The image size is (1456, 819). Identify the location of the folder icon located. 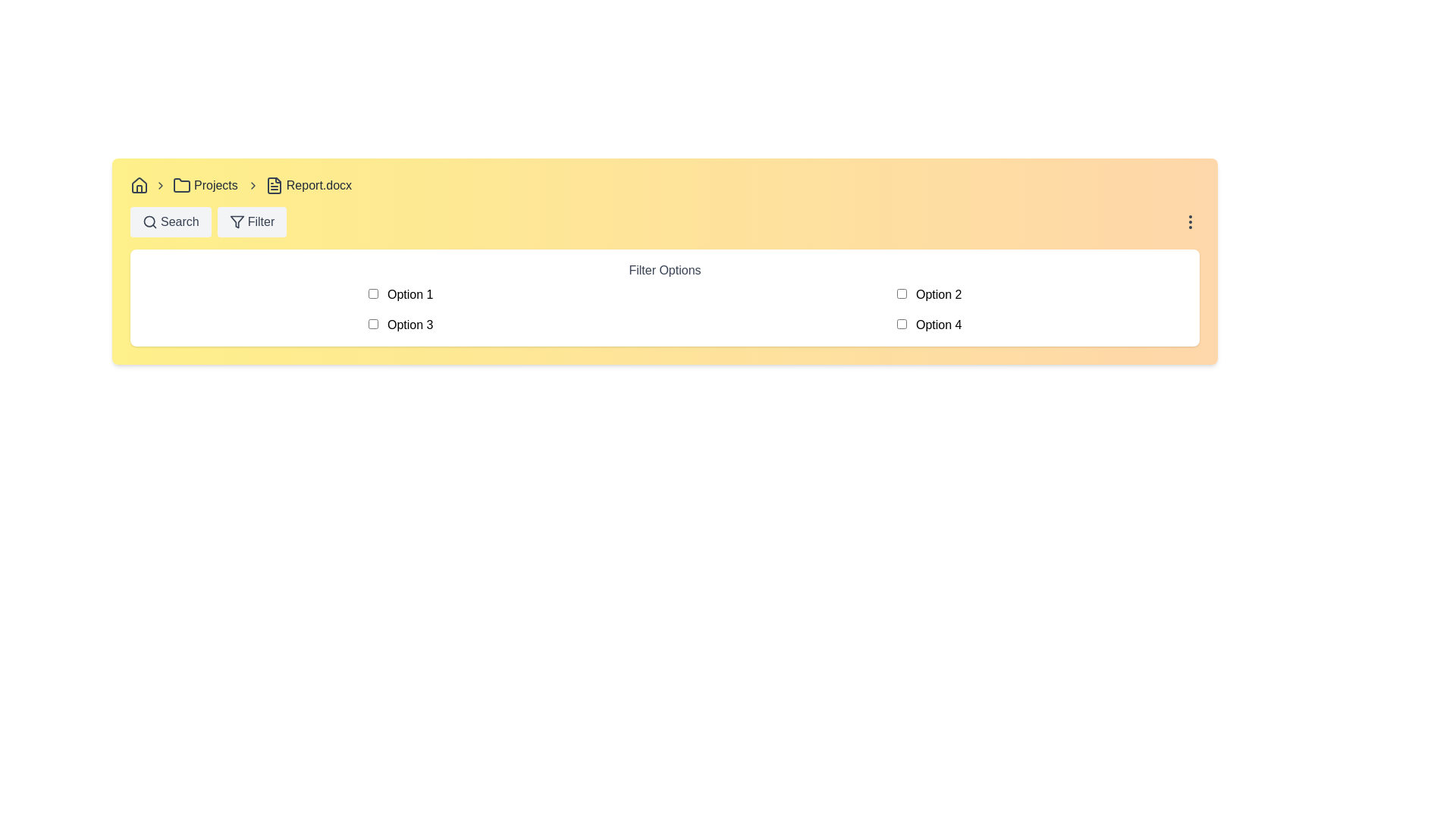
(182, 184).